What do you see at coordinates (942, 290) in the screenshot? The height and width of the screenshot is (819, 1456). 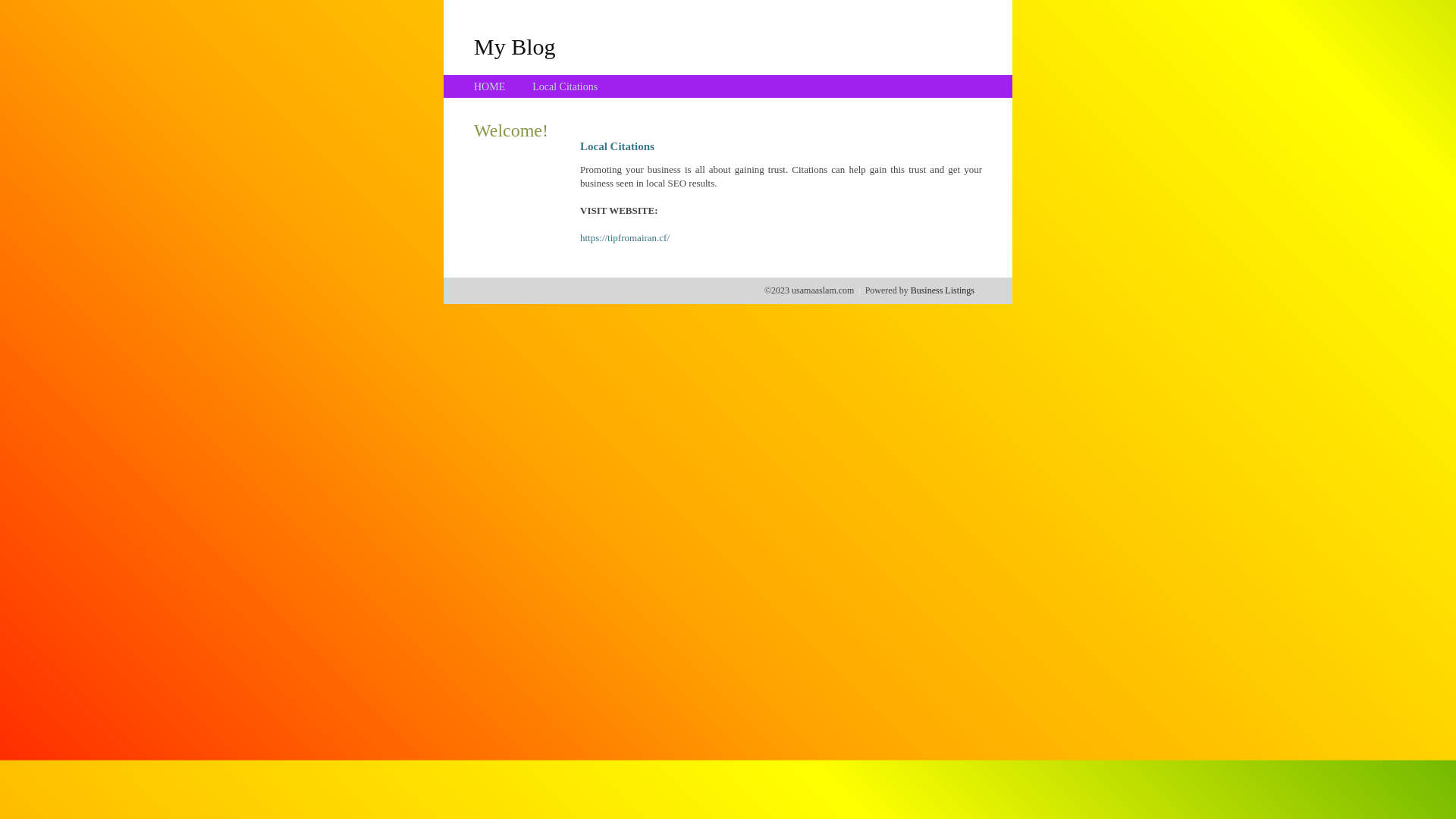 I see `'Business Listings'` at bounding box center [942, 290].